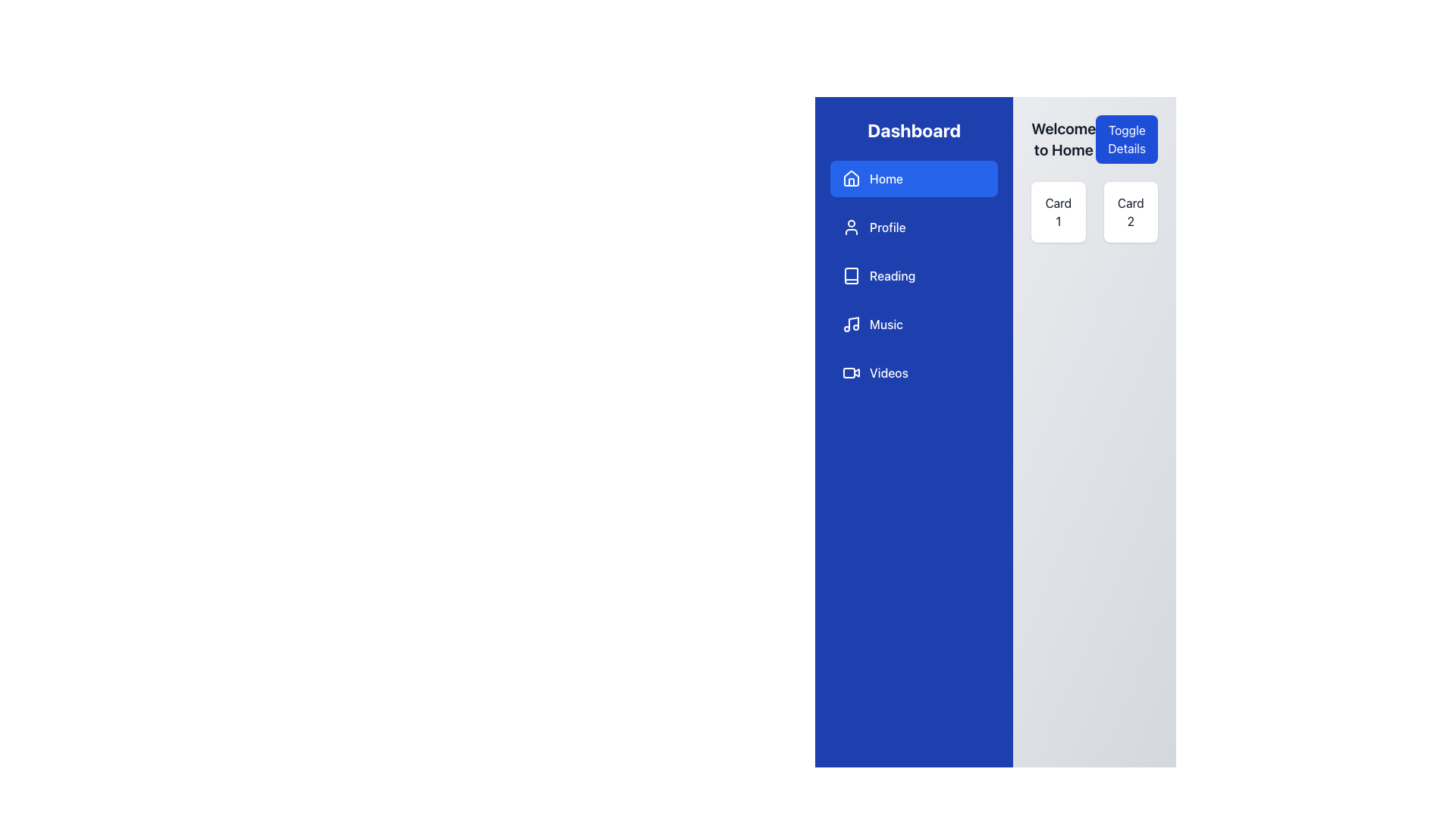 This screenshot has width=1456, height=819. Describe the element at coordinates (852, 275) in the screenshot. I see `the small book icon located in the left navigation panel next to the 'Reading' label` at that location.